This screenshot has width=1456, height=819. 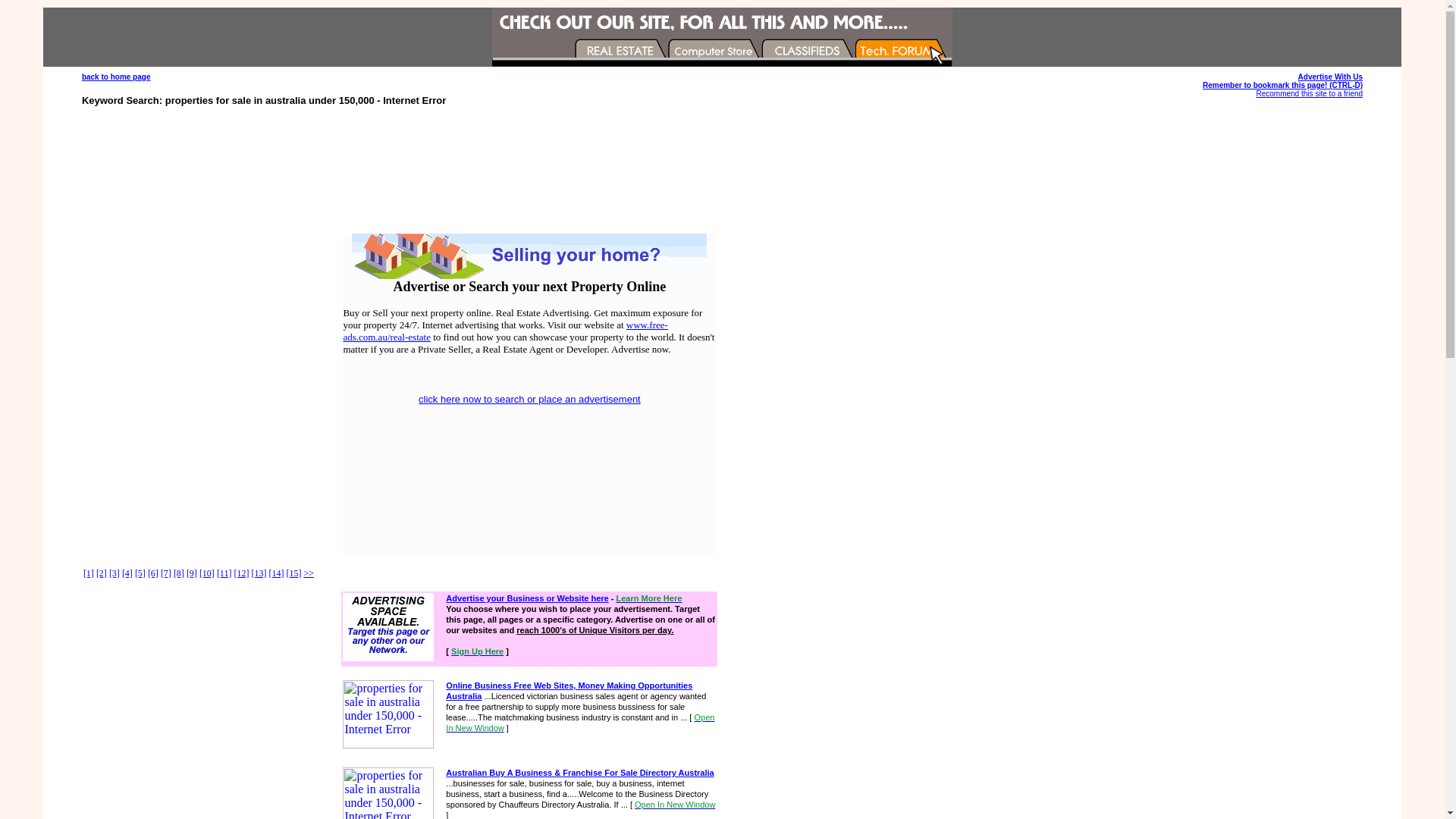 I want to click on '[9]', so click(x=191, y=573).